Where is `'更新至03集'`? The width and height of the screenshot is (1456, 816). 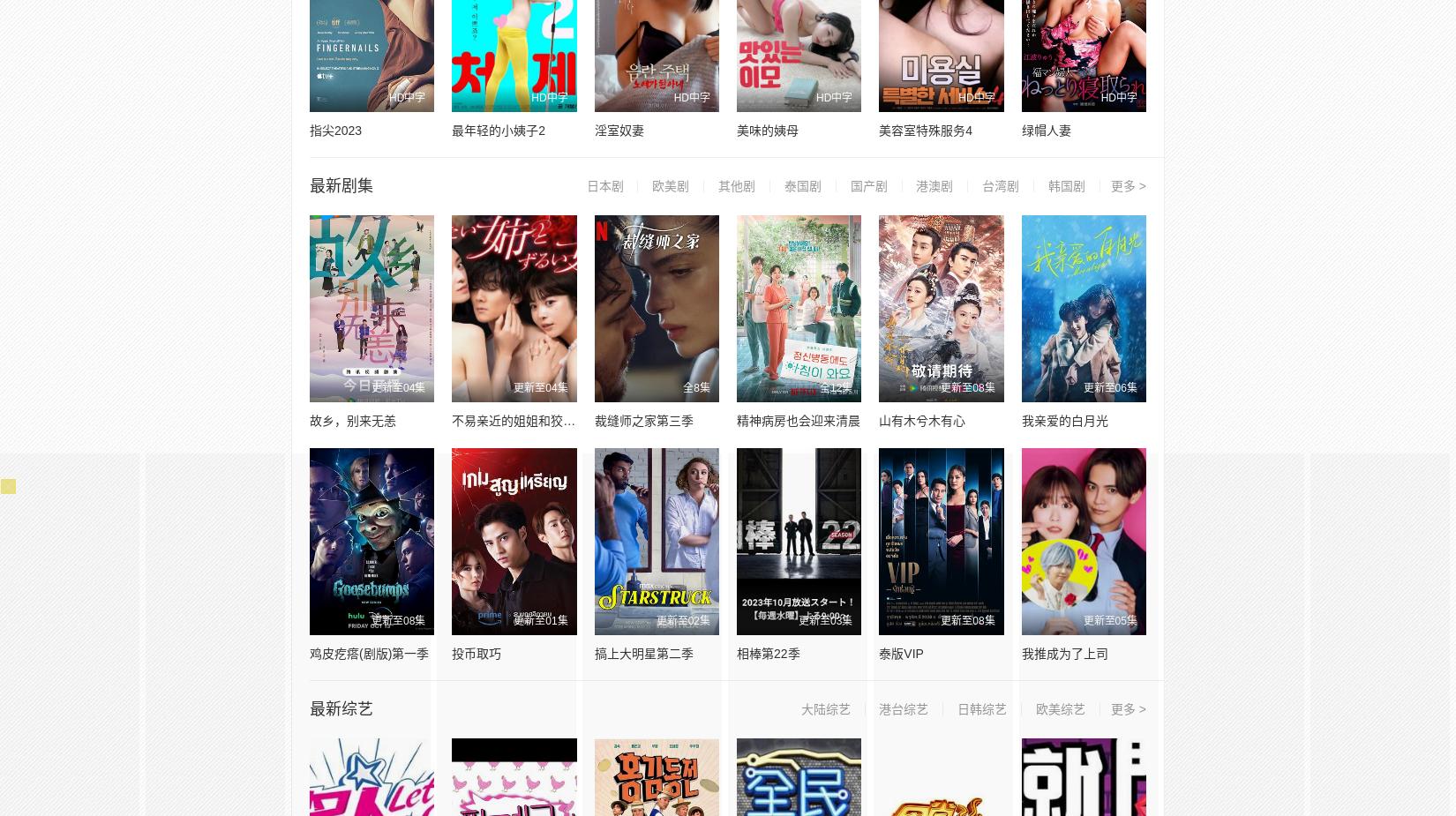 '更新至03集' is located at coordinates (825, 620).